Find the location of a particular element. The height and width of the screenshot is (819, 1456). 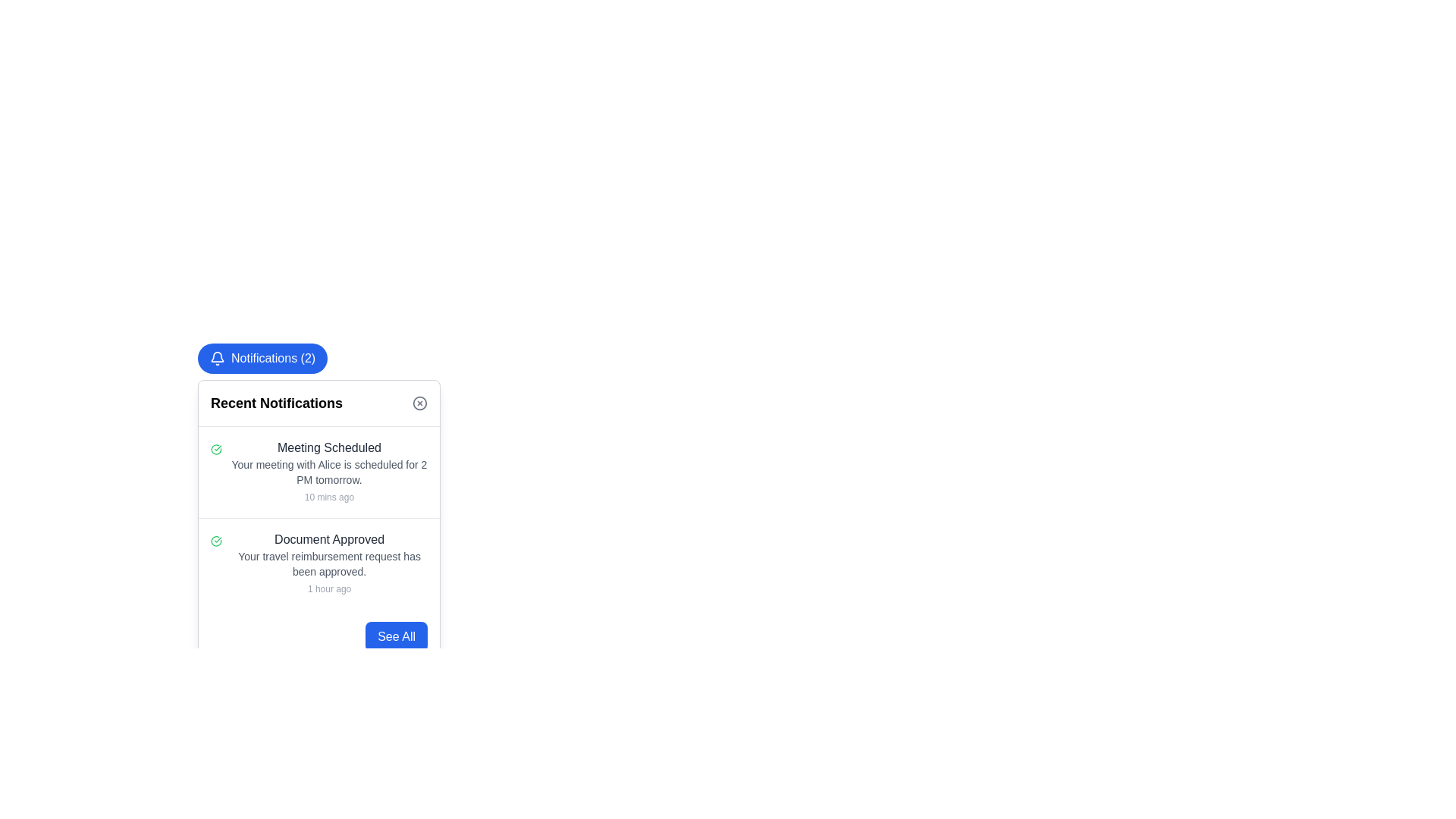

the timestamp text label within the 'Document Approved' notification card, which is located below the message body text and is the last element in the card is located at coordinates (328, 588).